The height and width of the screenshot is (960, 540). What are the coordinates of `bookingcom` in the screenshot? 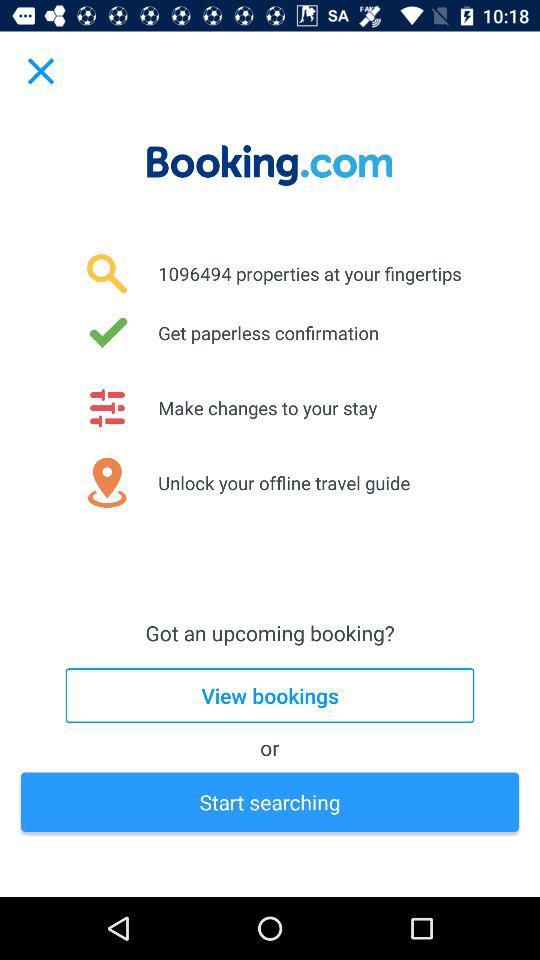 It's located at (270, 164).